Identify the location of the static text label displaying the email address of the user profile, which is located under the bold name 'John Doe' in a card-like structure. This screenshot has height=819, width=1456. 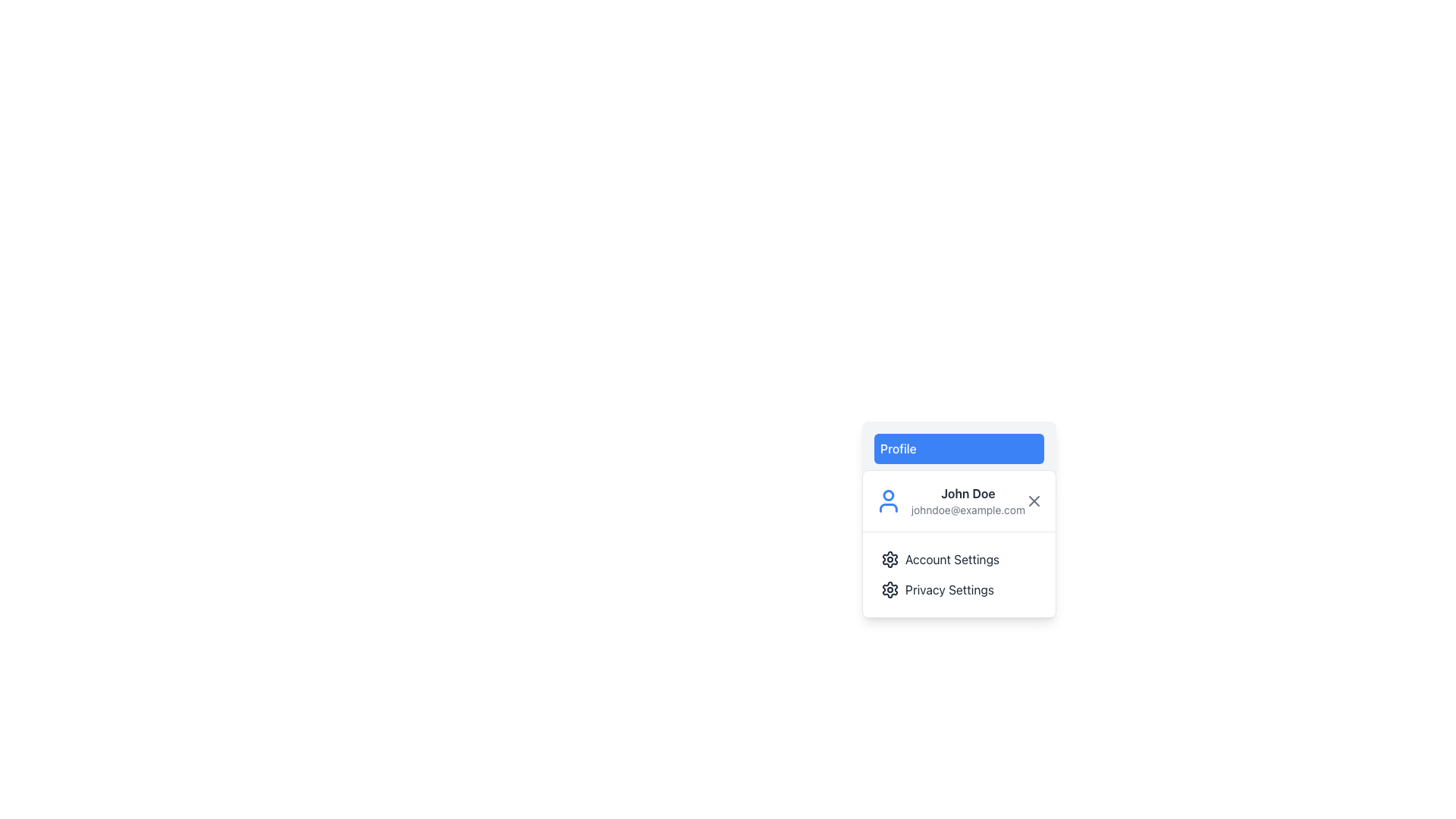
(967, 510).